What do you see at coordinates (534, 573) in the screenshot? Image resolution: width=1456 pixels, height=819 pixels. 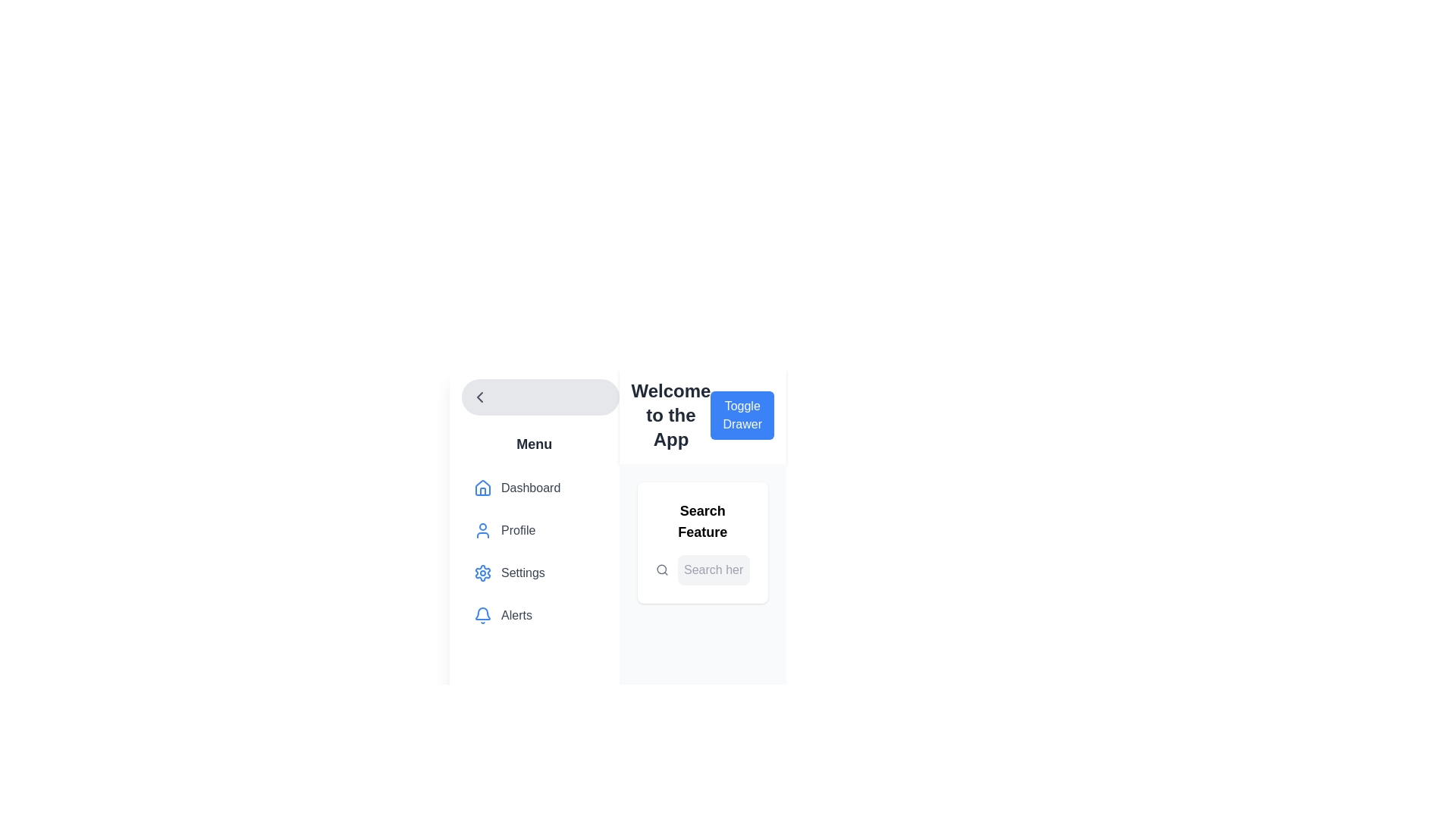 I see `the 'Settings' button, which features a blue gear icon and dark gray text, located in the third position of the navigation menu` at bounding box center [534, 573].